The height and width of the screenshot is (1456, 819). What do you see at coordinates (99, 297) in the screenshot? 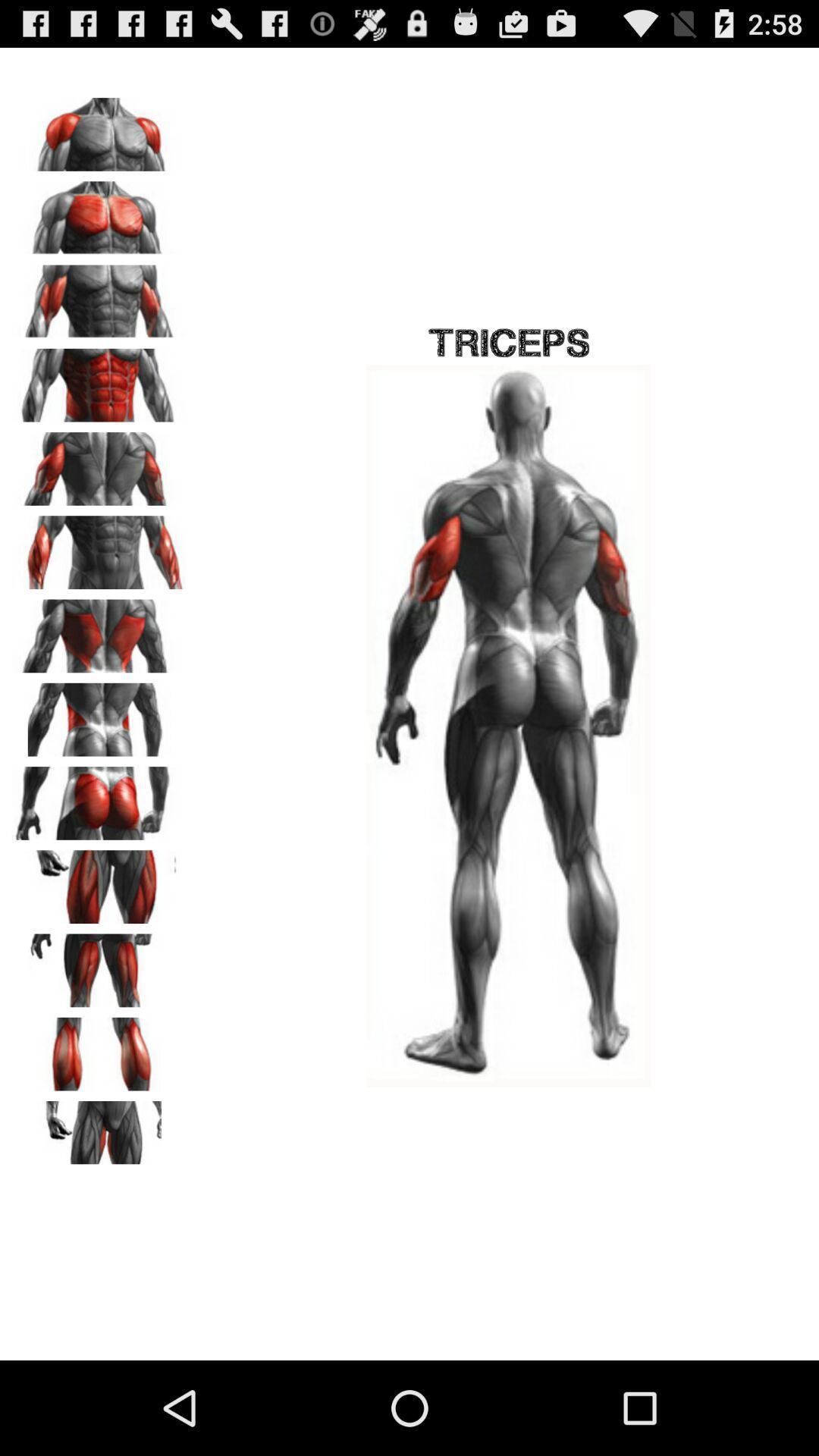
I see `third muscle body image` at bounding box center [99, 297].